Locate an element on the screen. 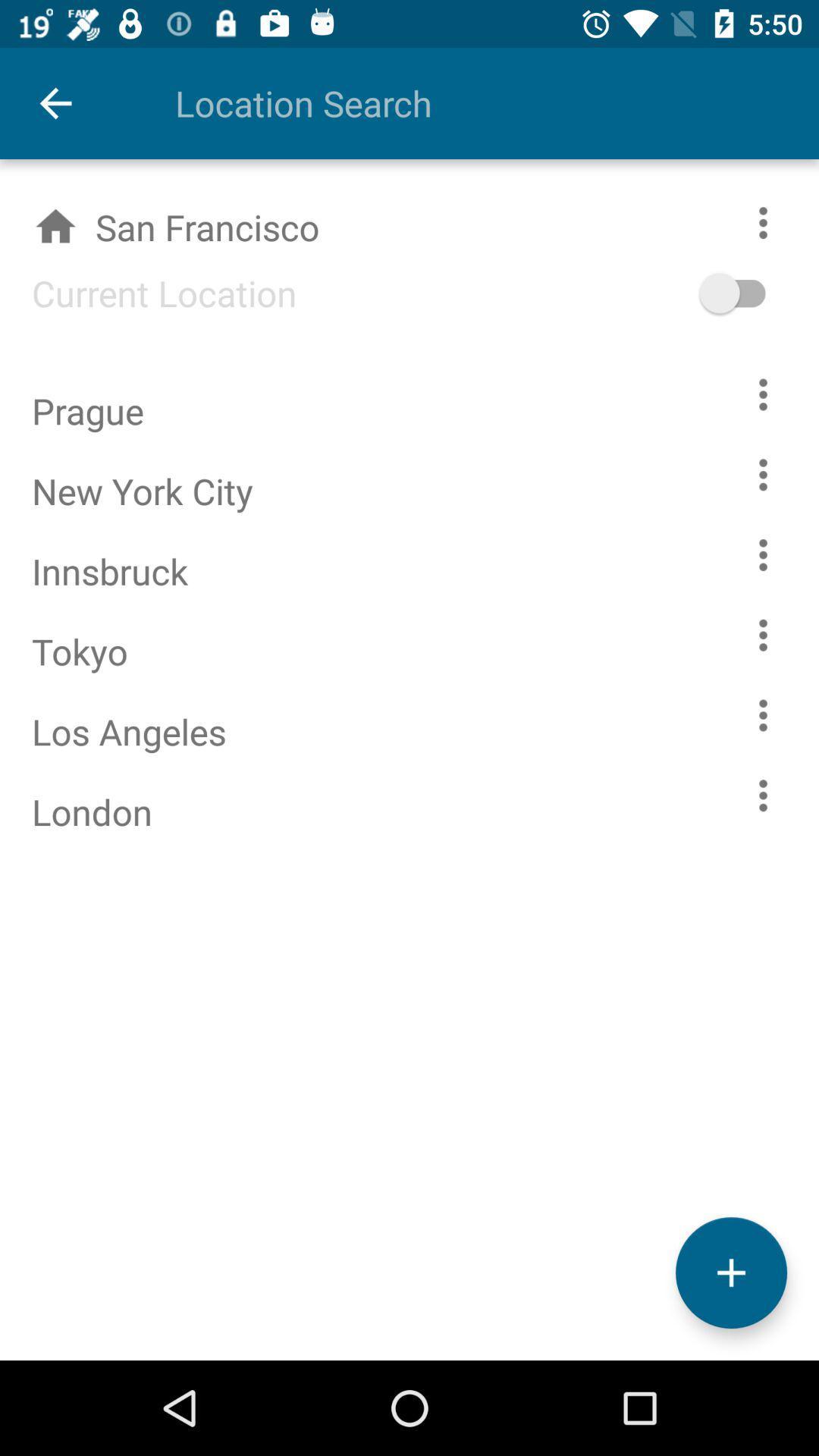 The height and width of the screenshot is (1456, 819). search location is located at coordinates (464, 102).